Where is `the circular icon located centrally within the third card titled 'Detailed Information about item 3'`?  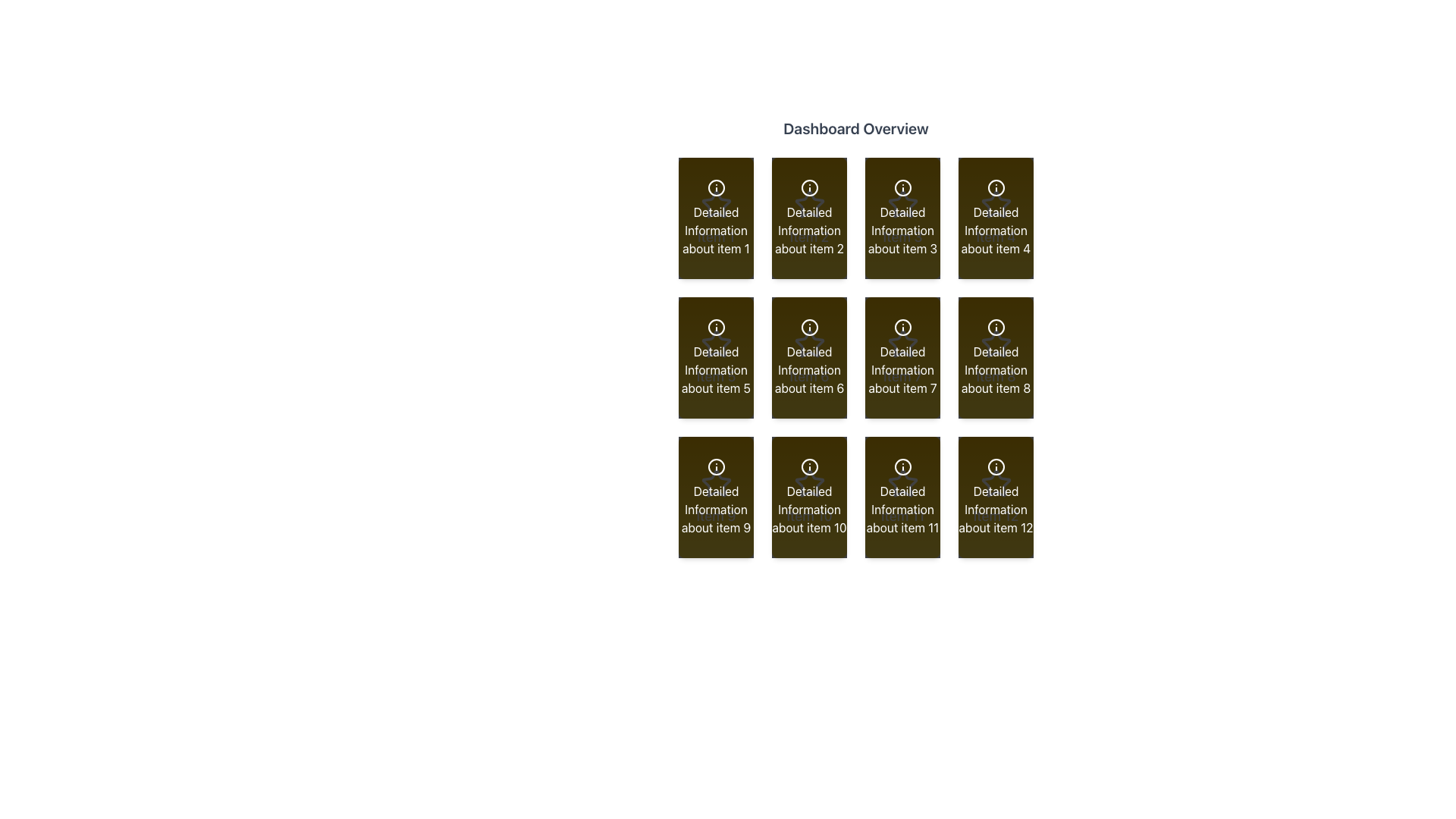 the circular icon located centrally within the third card titled 'Detailed Information about item 3' is located at coordinates (902, 187).